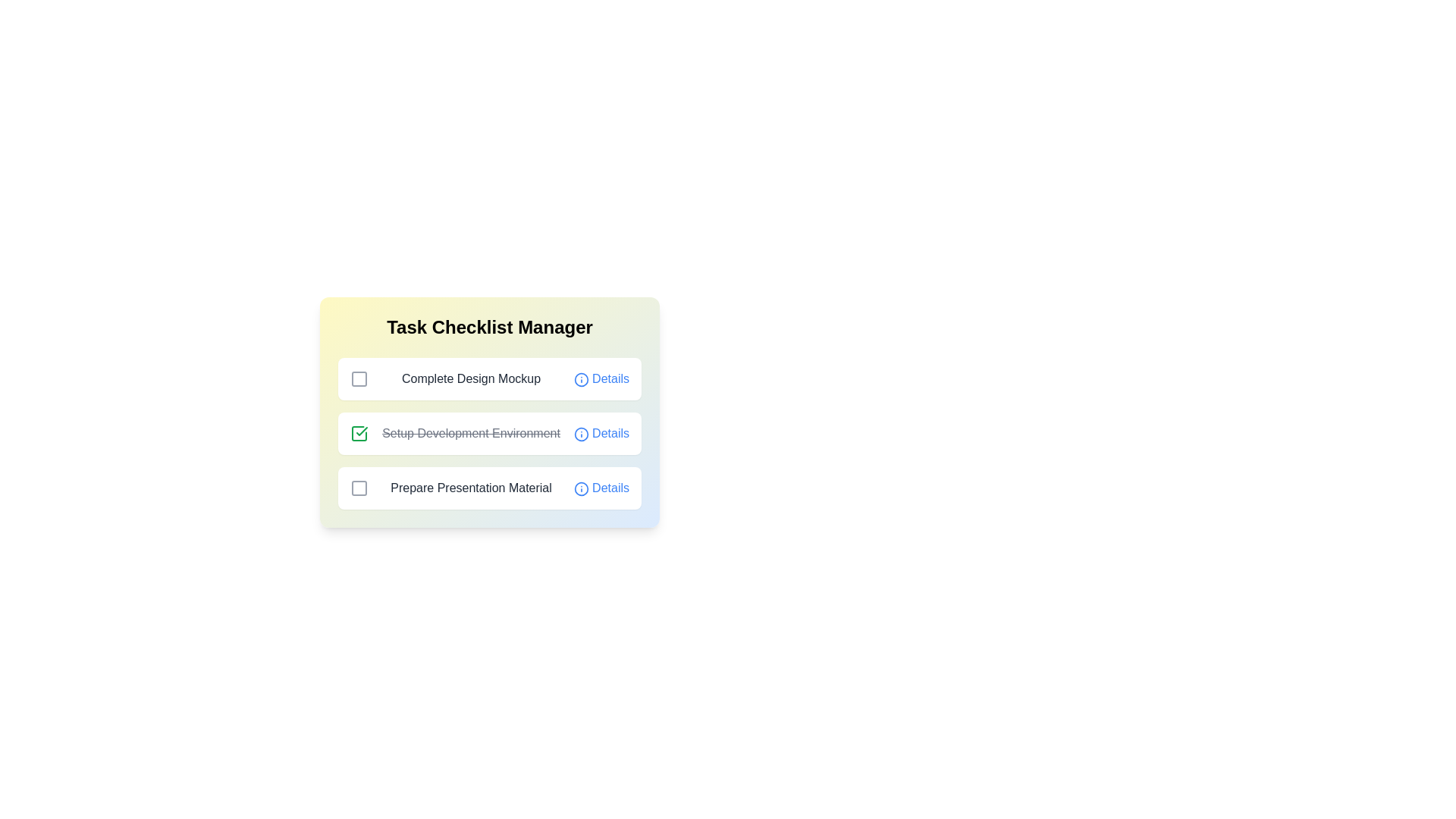  Describe the element at coordinates (359, 488) in the screenshot. I see `the checkbox of the task identified by Prepare Presentation Material` at that location.